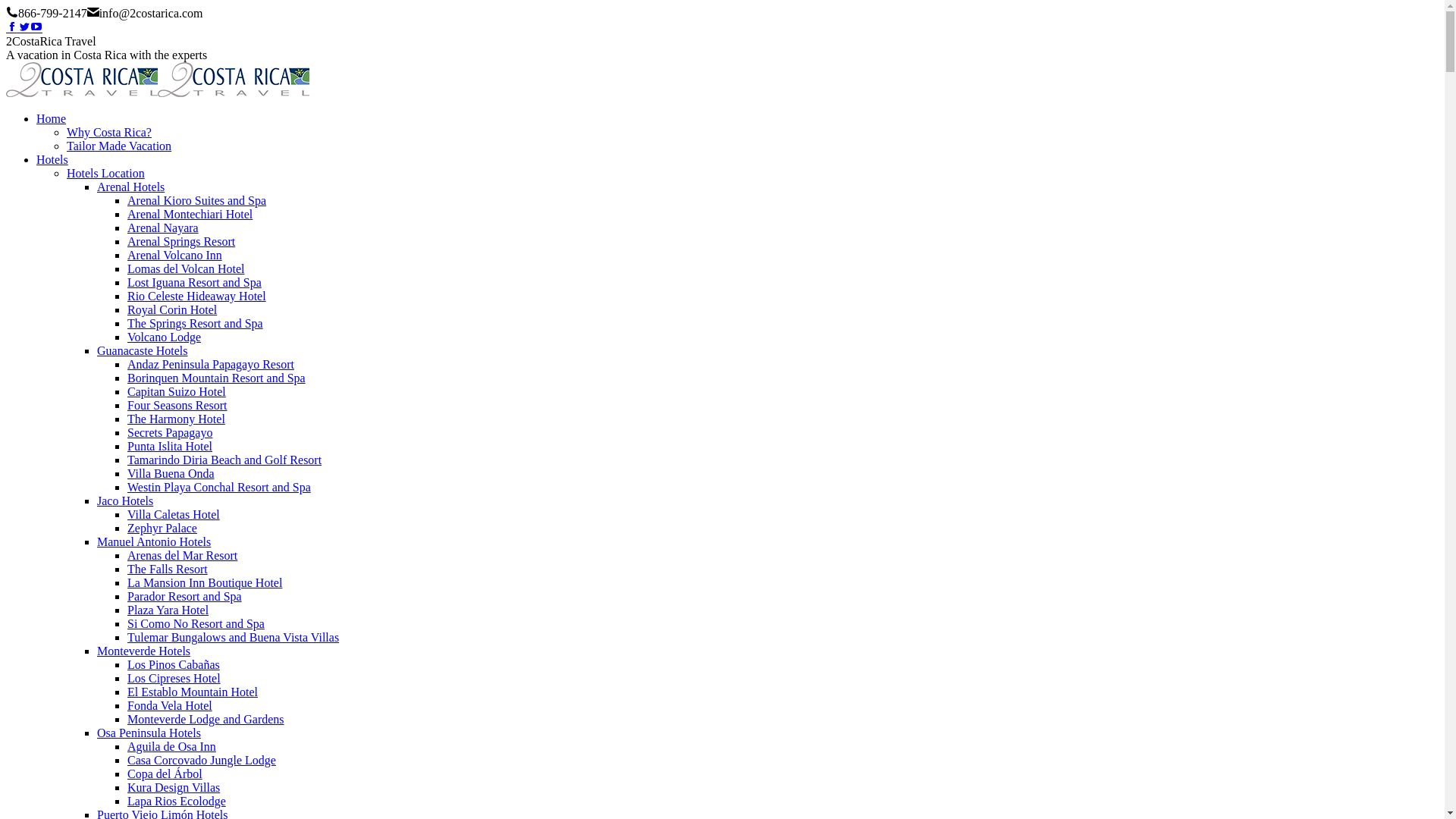  What do you see at coordinates (182, 555) in the screenshot?
I see `'Arenas del Mar Resort'` at bounding box center [182, 555].